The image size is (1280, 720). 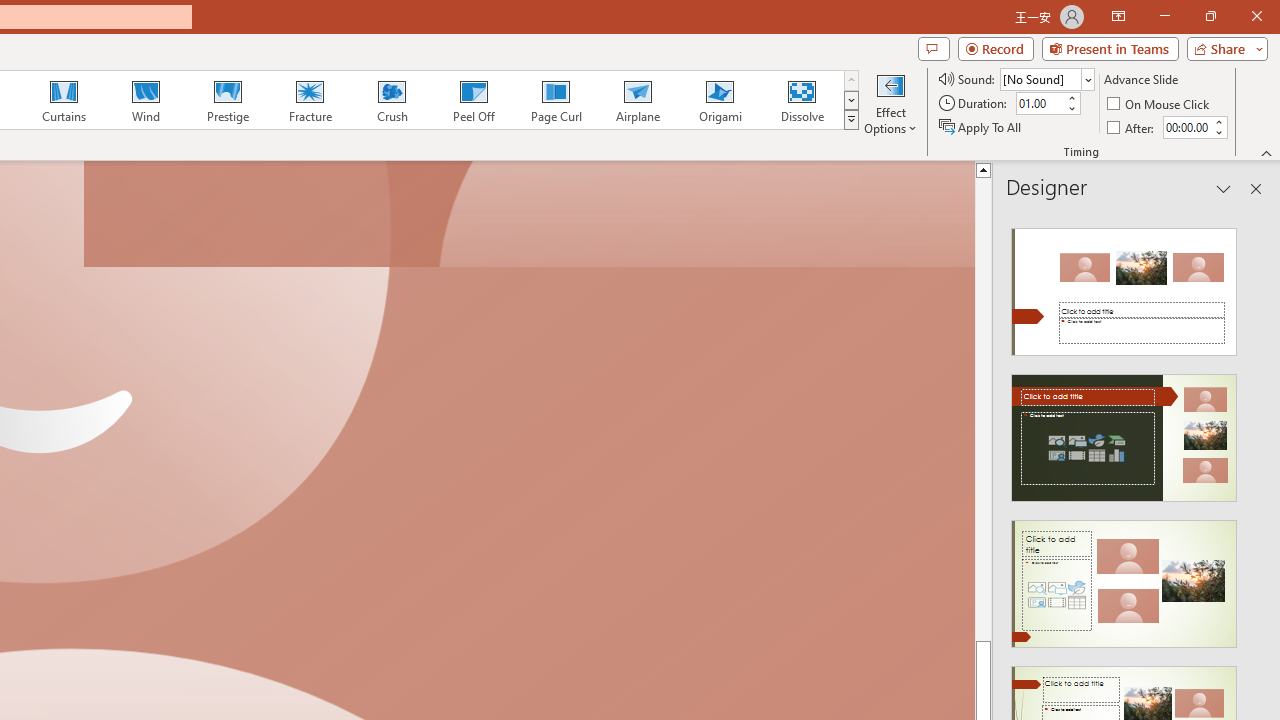 What do you see at coordinates (851, 79) in the screenshot?
I see `'Row up'` at bounding box center [851, 79].